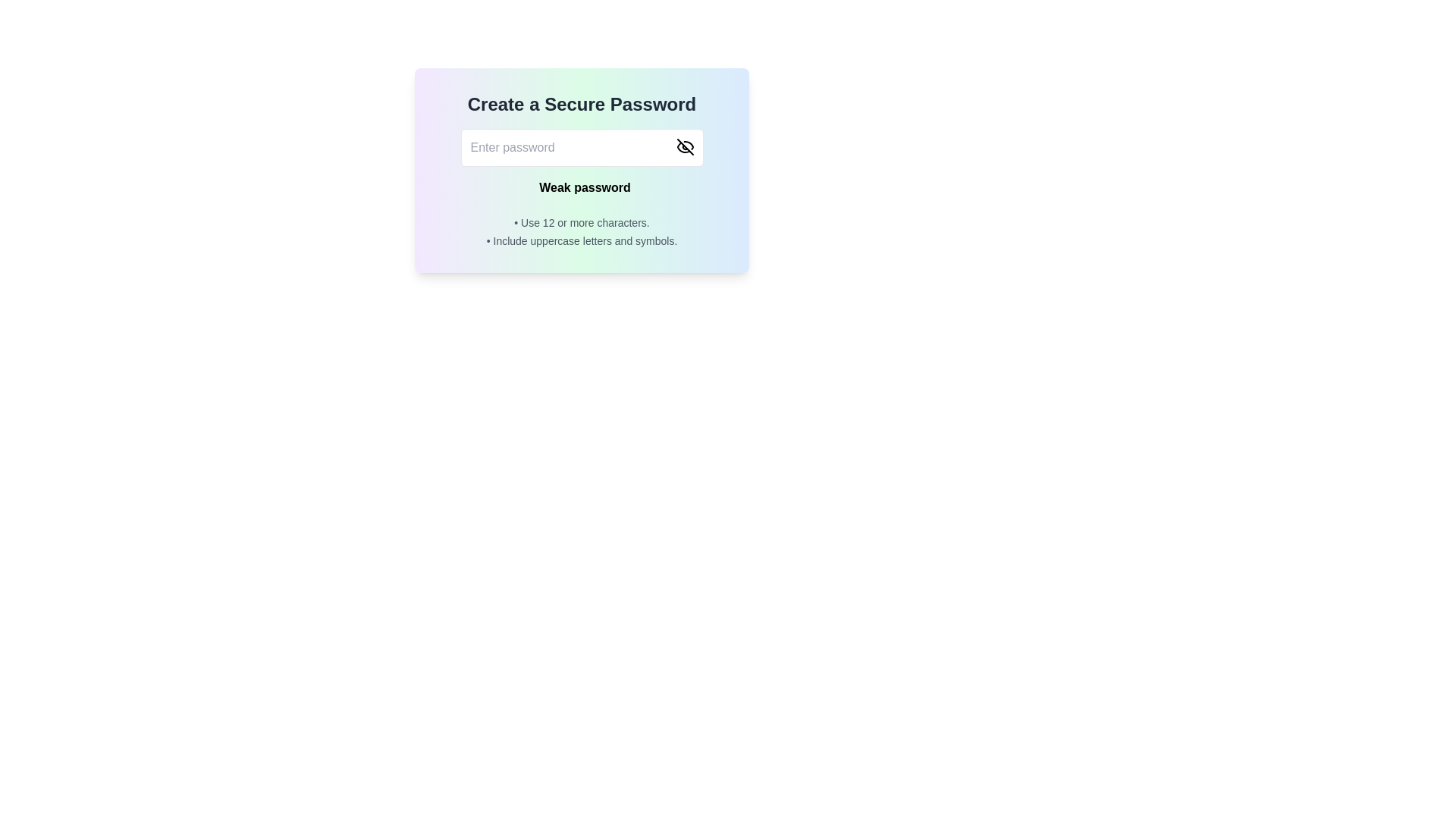 This screenshot has width=1456, height=819. Describe the element at coordinates (581, 187) in the screenshot. I see `feedback message indicating the strength of the password, which is displayed below the password input field` at that location.